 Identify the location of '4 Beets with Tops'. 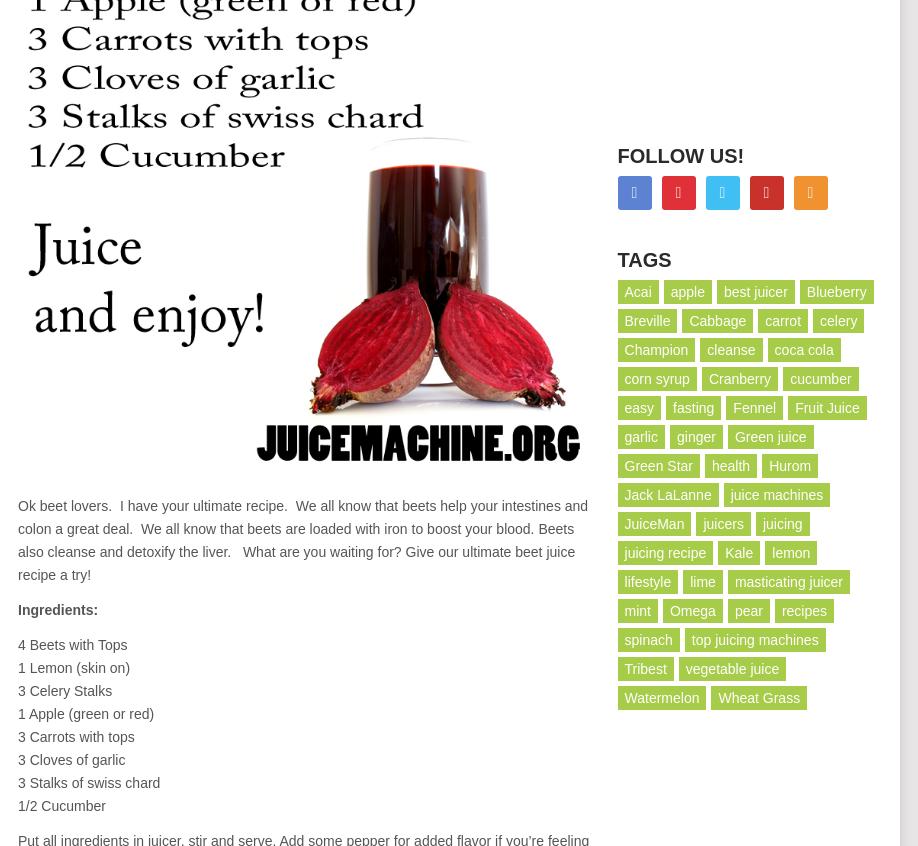
(72, 643).